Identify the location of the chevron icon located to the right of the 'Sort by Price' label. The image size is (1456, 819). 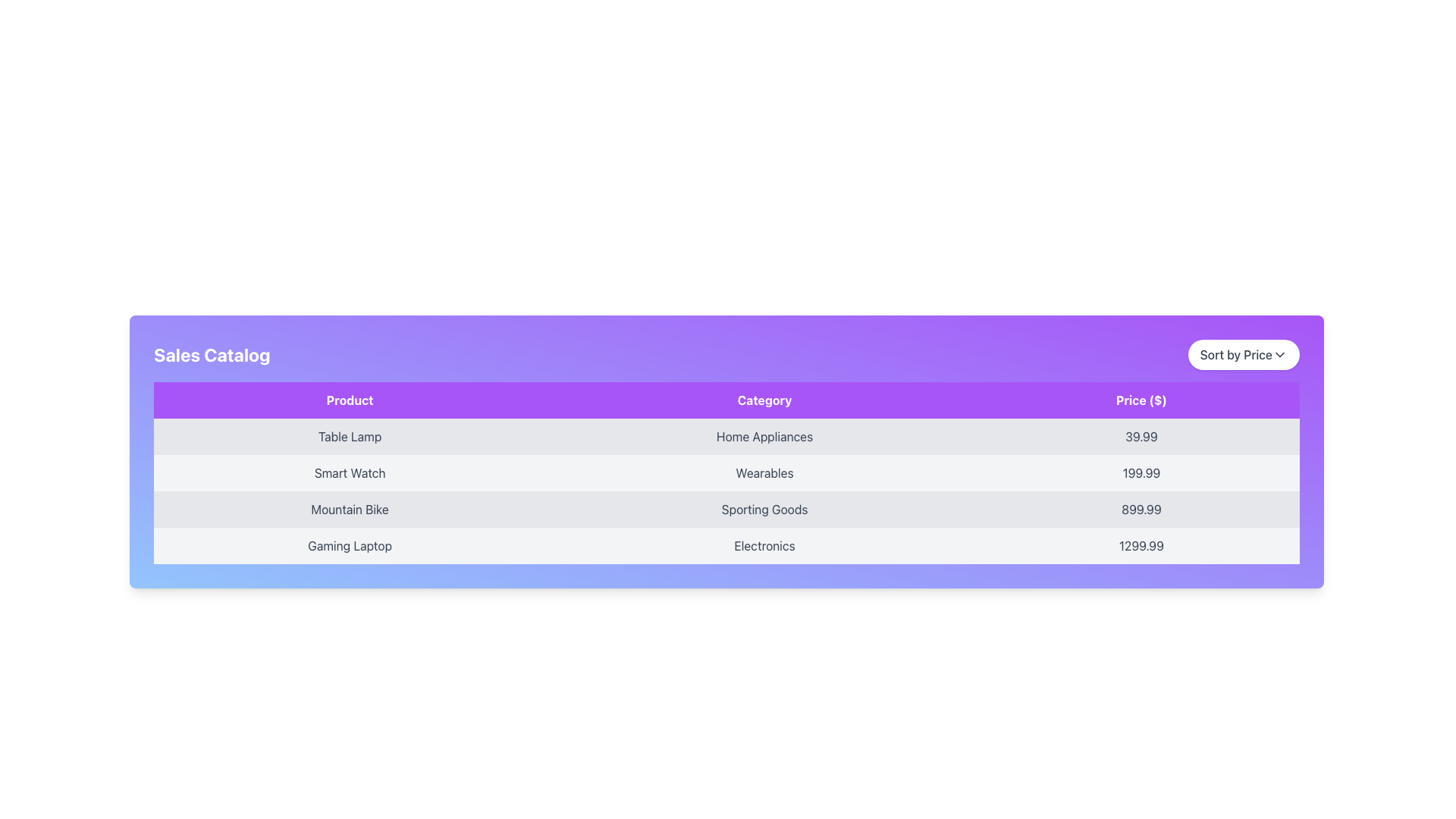
(1279, 354).